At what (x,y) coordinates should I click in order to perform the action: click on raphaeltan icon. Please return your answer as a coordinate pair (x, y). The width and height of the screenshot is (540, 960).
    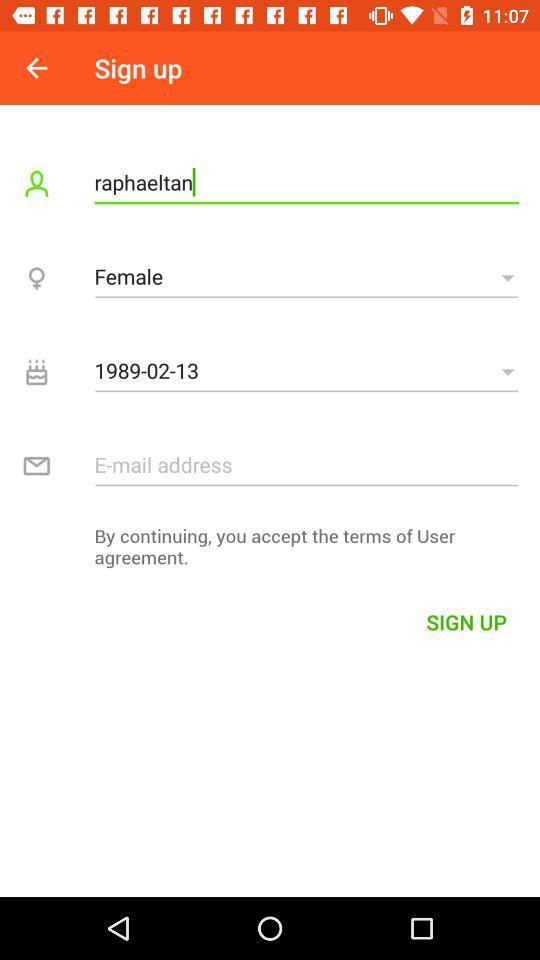
    Looking at the image, I should click on (306, 182).